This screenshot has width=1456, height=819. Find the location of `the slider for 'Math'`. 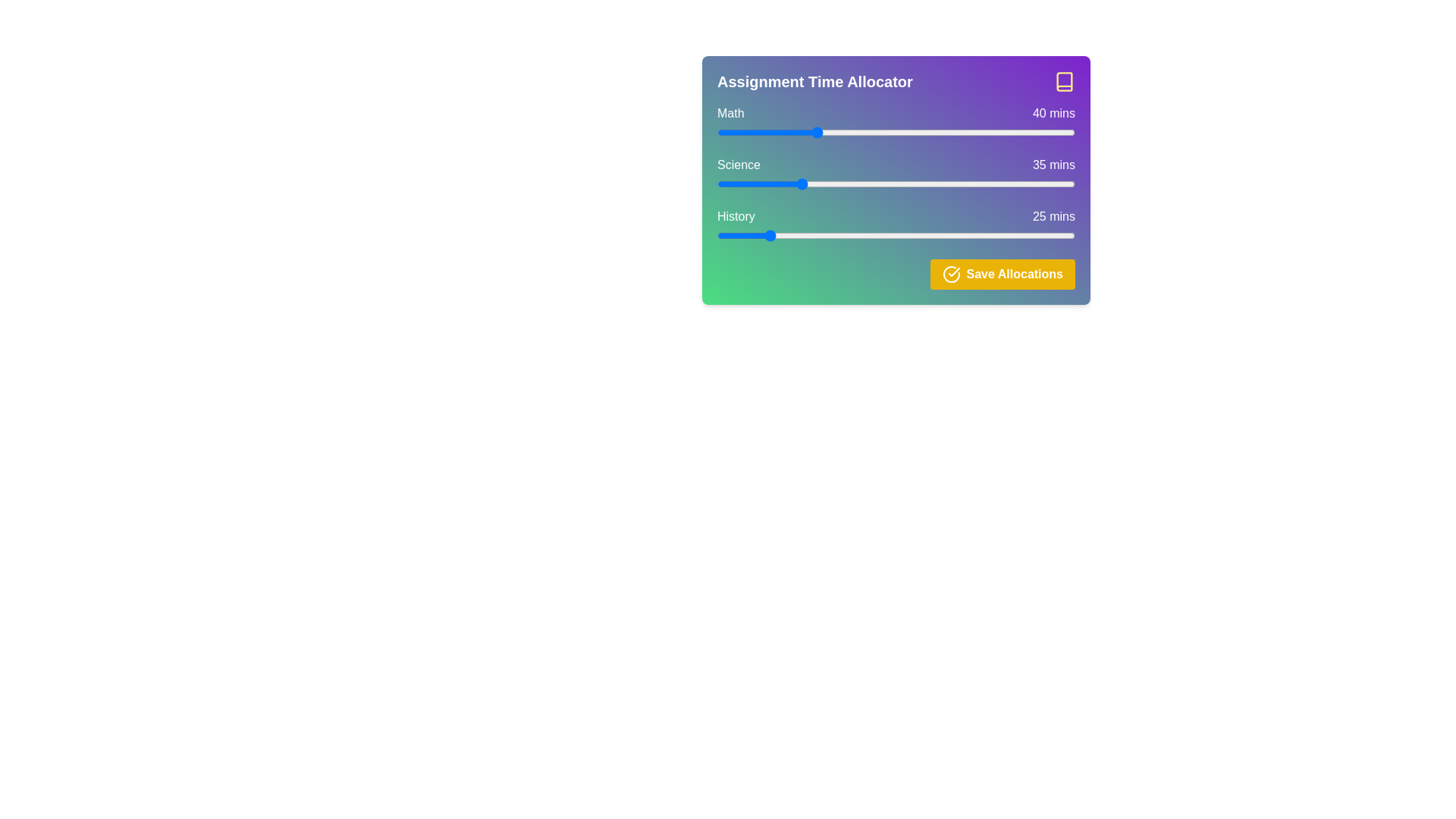

the slider for 'Math' is located at coordinates (798, 131).